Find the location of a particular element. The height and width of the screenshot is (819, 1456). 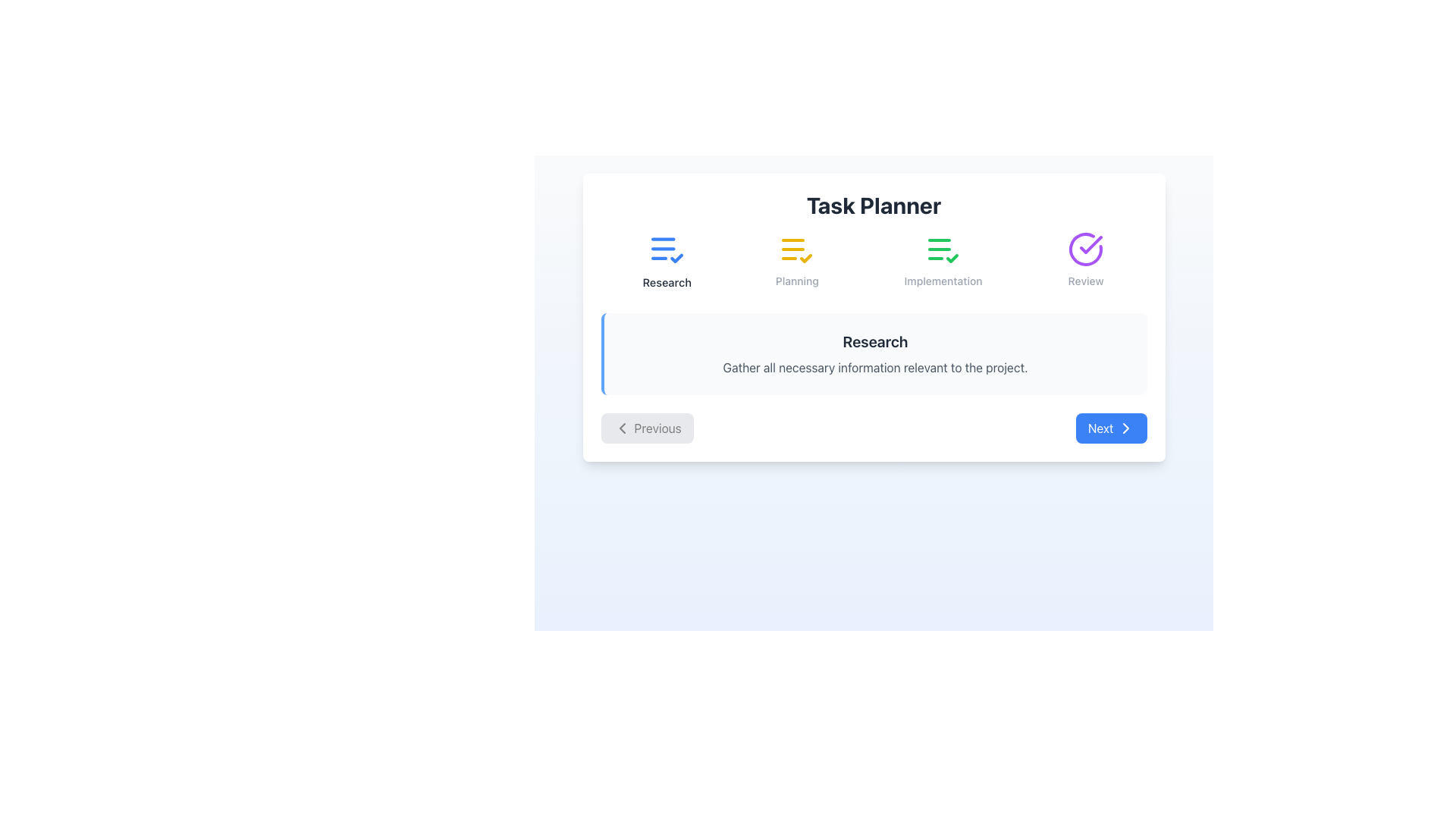

the 'Previous' button, which is a rectangular button with rounded corners, gray background, and a leftward-pointing chevron icon, located in the bottom-left part of the navigation controls is located at coordinates (647, 428).